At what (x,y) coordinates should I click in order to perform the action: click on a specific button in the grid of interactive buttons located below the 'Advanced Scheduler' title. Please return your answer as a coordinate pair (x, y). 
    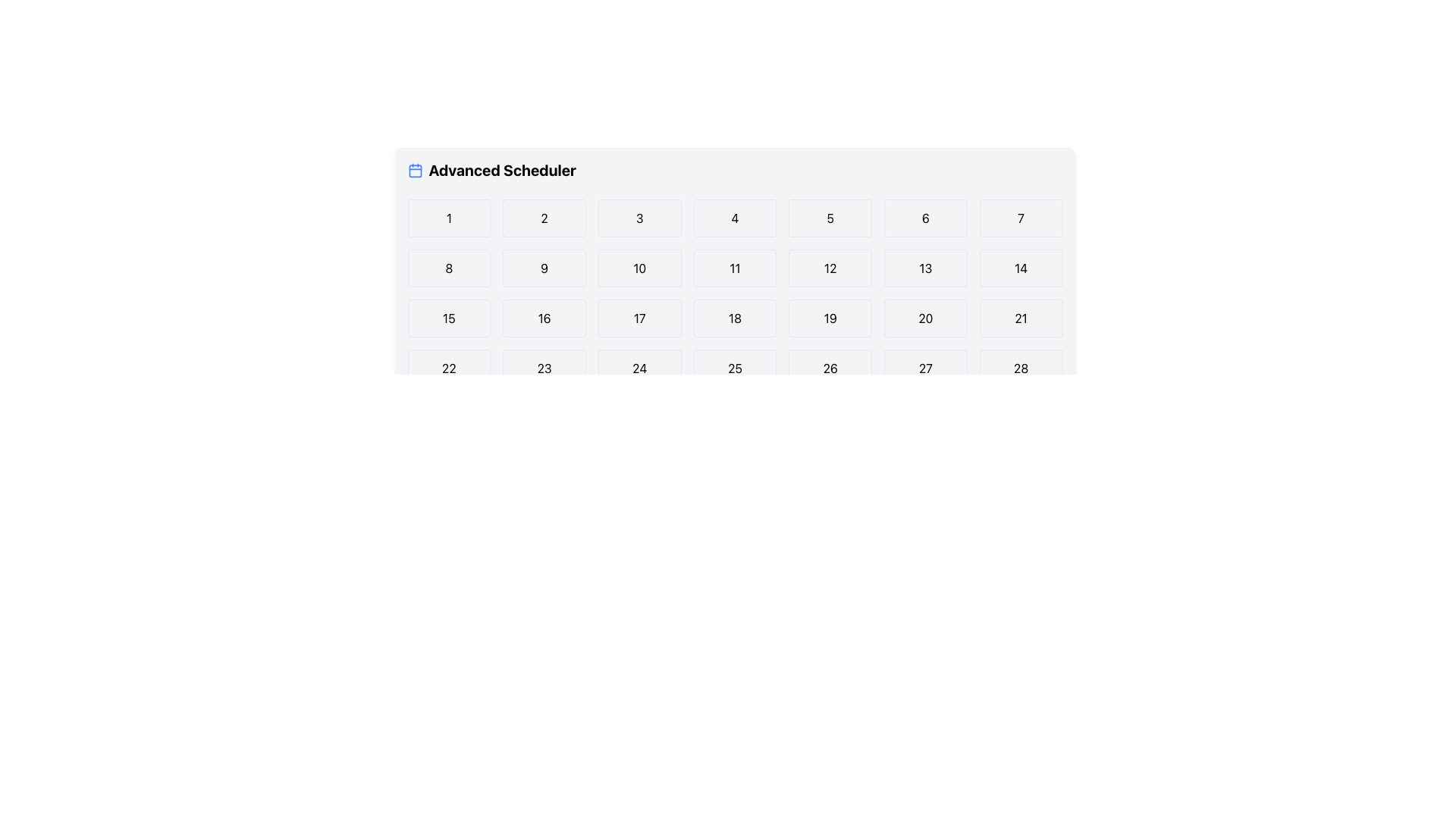
    Looking at the image, I should click on (735, 318).